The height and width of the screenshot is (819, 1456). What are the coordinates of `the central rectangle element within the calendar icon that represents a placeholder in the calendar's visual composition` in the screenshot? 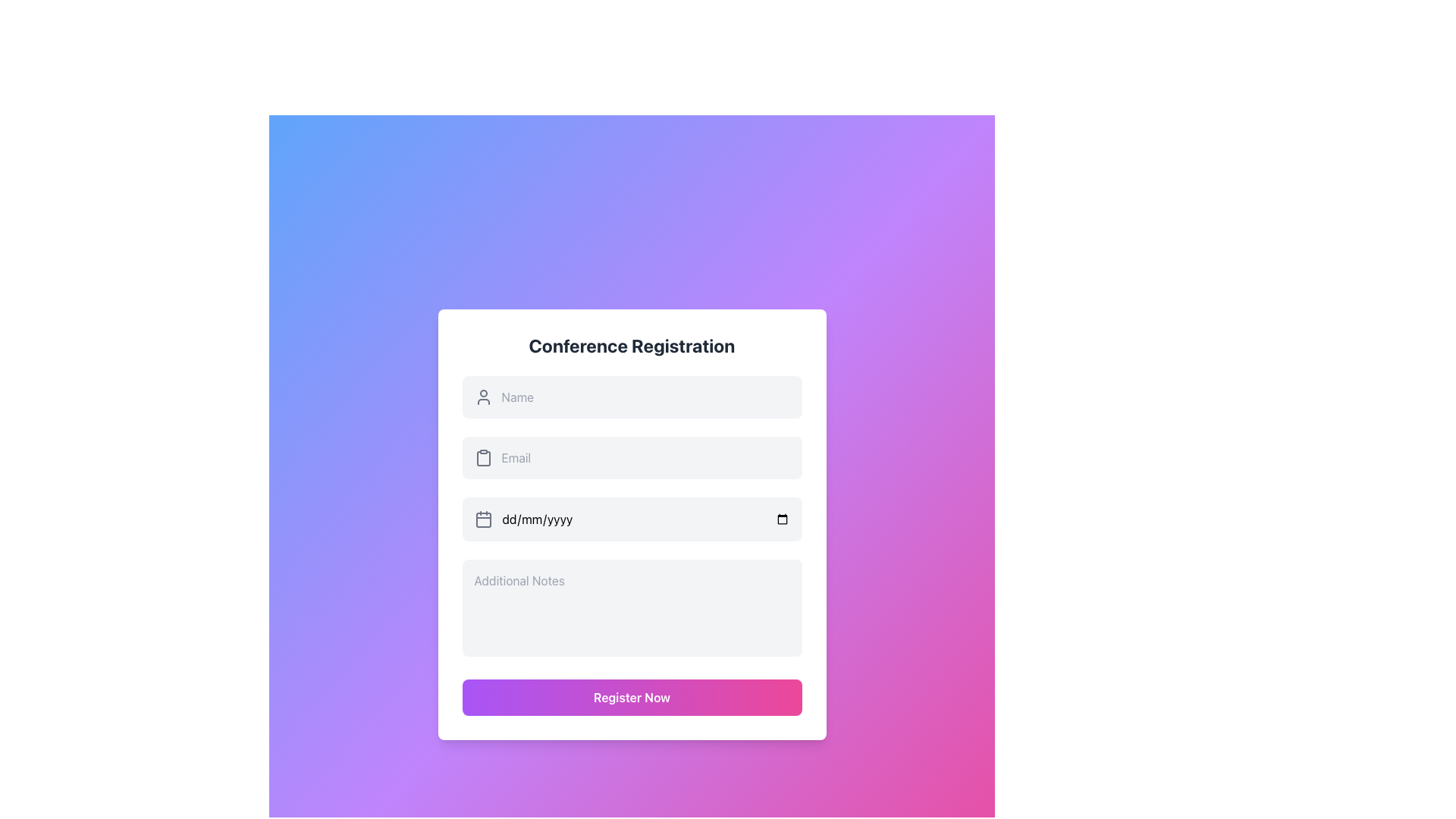 It's located at (482, 519).